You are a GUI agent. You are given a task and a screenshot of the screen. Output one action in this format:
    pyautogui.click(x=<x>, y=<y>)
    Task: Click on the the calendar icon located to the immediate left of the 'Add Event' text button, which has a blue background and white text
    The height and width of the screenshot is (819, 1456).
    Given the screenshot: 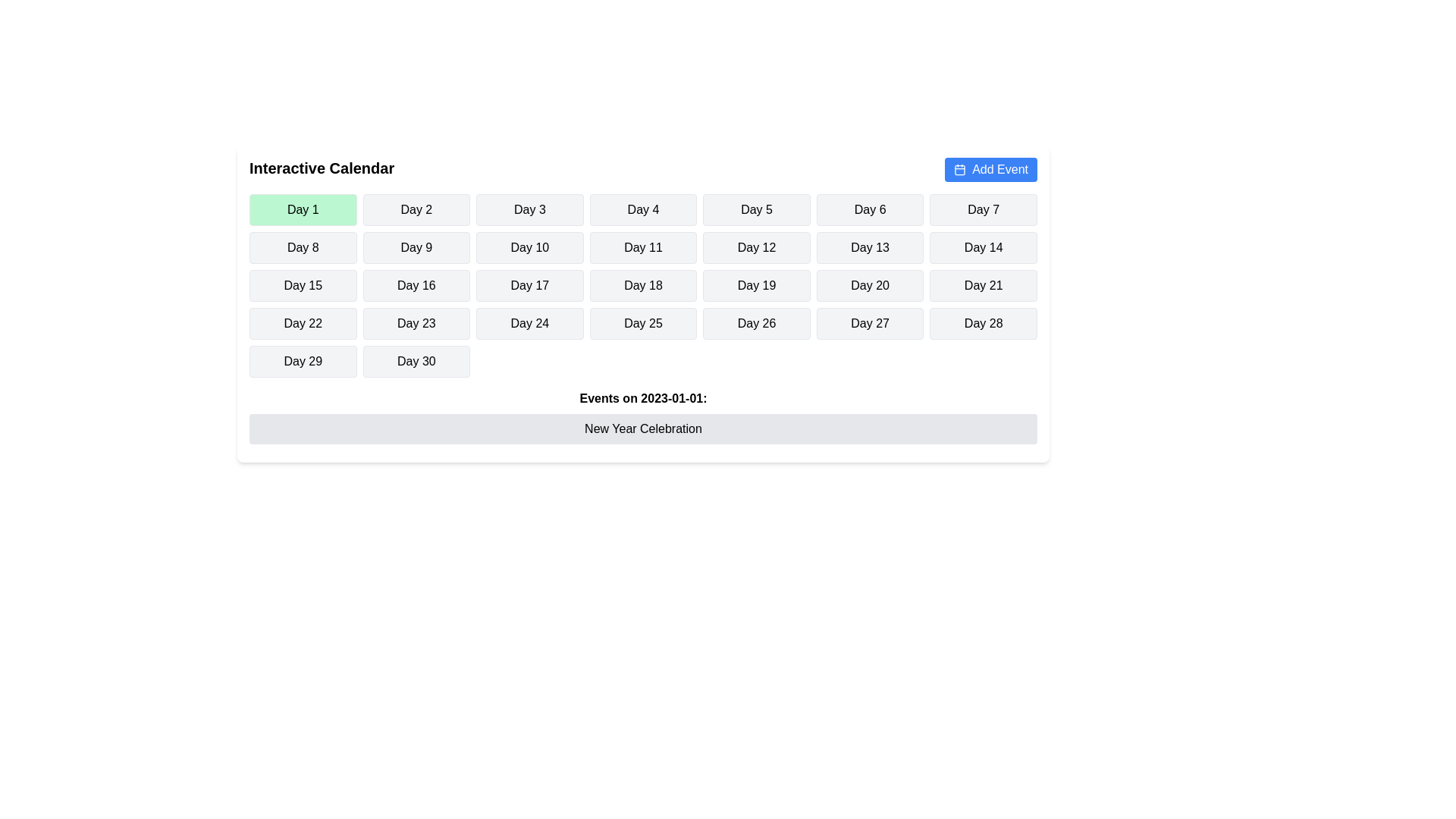 What is the action you would take?
    pyautogui.click(x=959, y=169)
    